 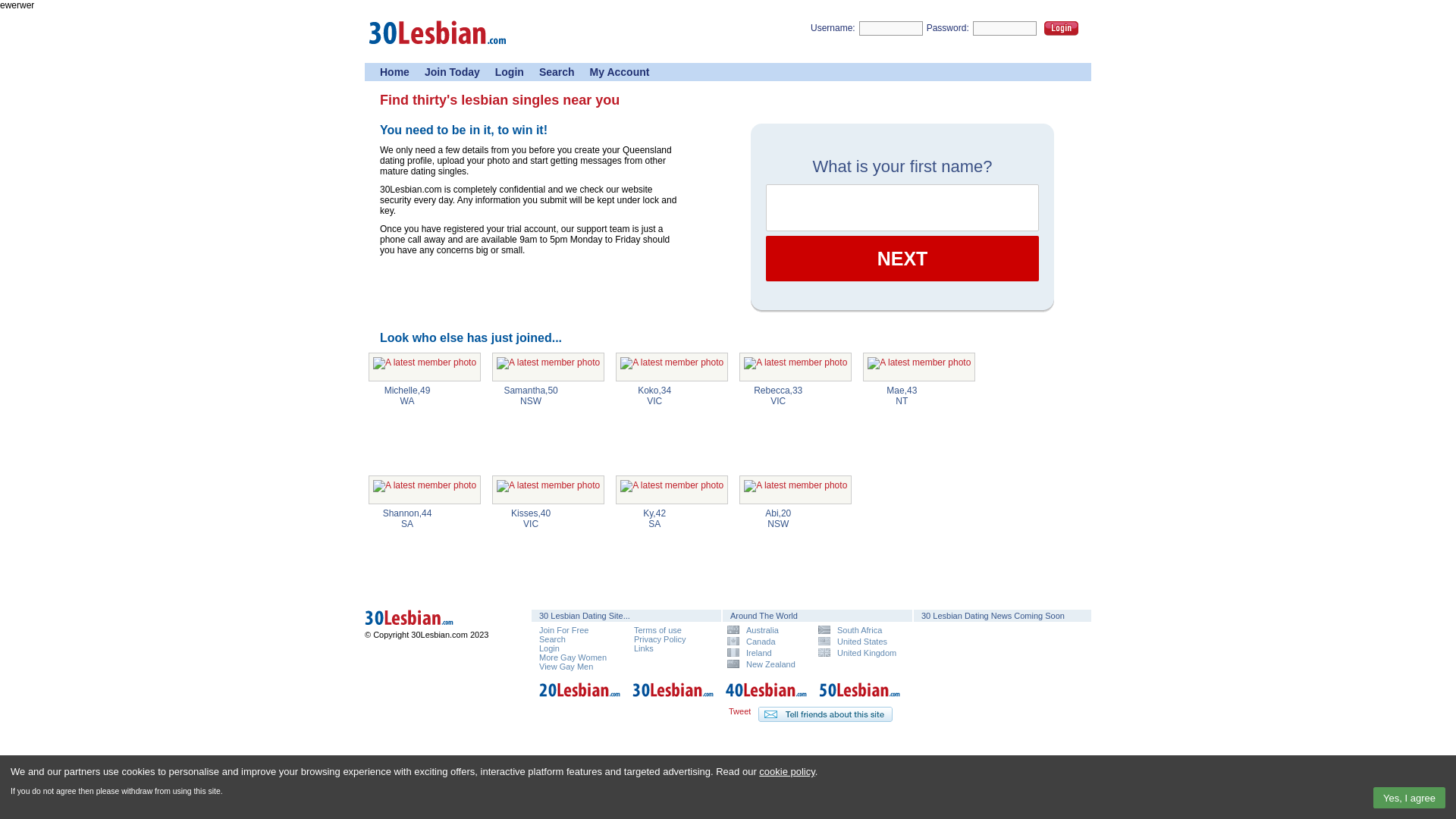 What do you see at coordinates (671, 366) in the screenshot?
I see `'Koko, 34 from Flinders Lane, VIC'` at bounding box center [671, 366].